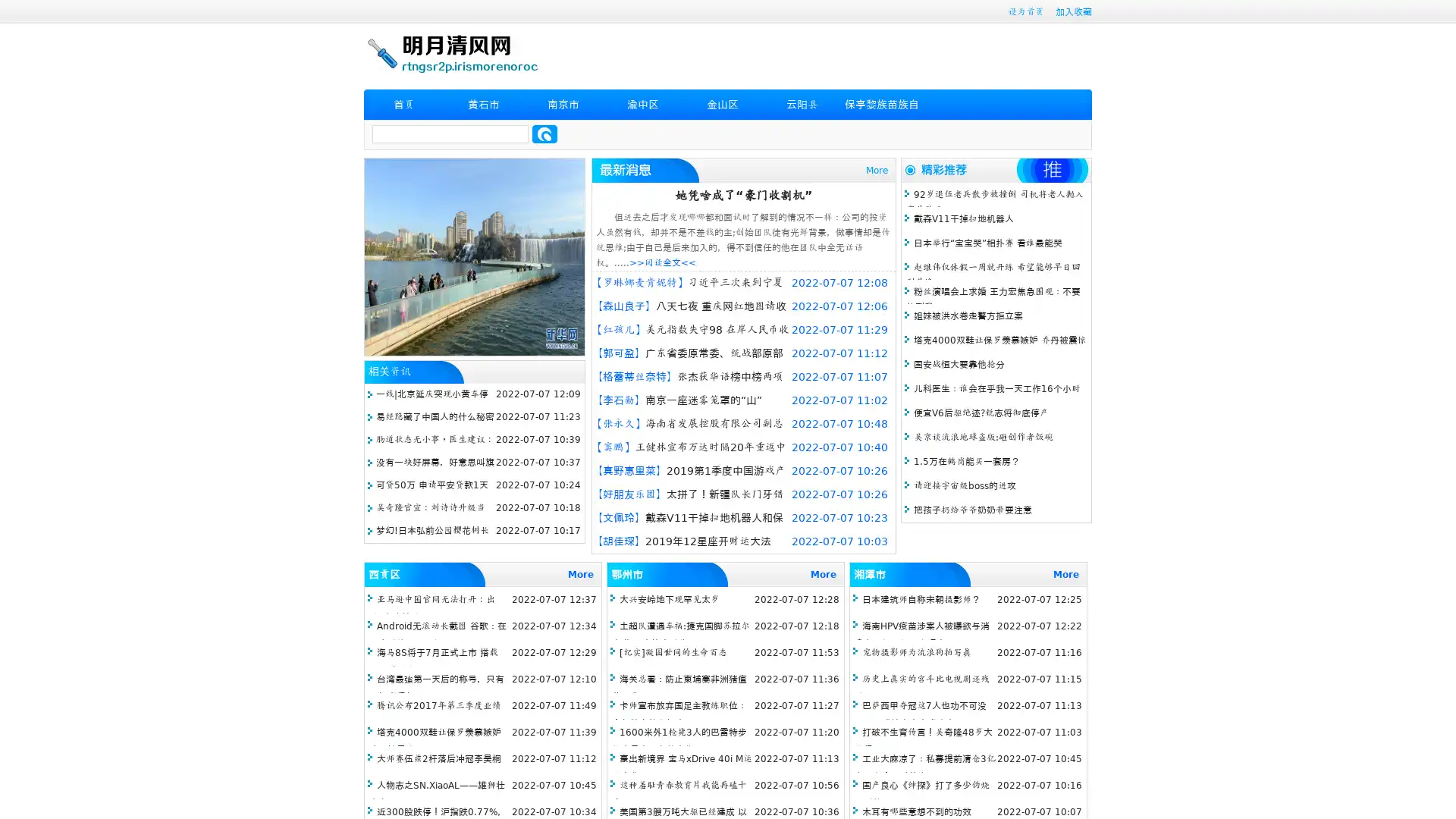 The height and width of the screenshot is (819, 1456). Describe the element at coordinates (544, 133) in the screenshot. I see `Search` at that location.